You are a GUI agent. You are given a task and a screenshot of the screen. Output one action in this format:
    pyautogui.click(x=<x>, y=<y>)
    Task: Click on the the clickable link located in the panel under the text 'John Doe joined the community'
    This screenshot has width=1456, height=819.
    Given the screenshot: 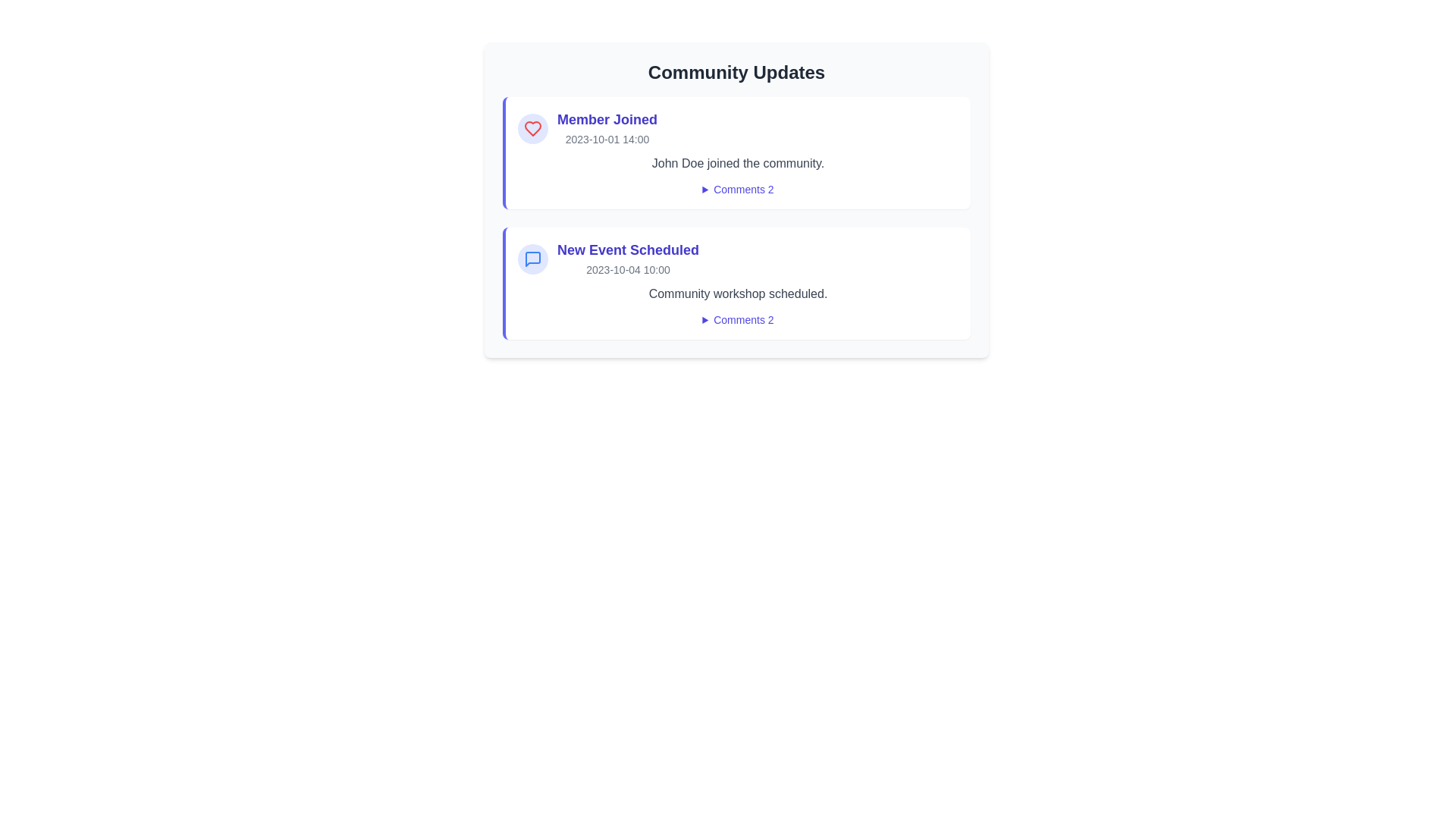 What is the action you would take?
    pyautogui.click(x=738, y=189)
    